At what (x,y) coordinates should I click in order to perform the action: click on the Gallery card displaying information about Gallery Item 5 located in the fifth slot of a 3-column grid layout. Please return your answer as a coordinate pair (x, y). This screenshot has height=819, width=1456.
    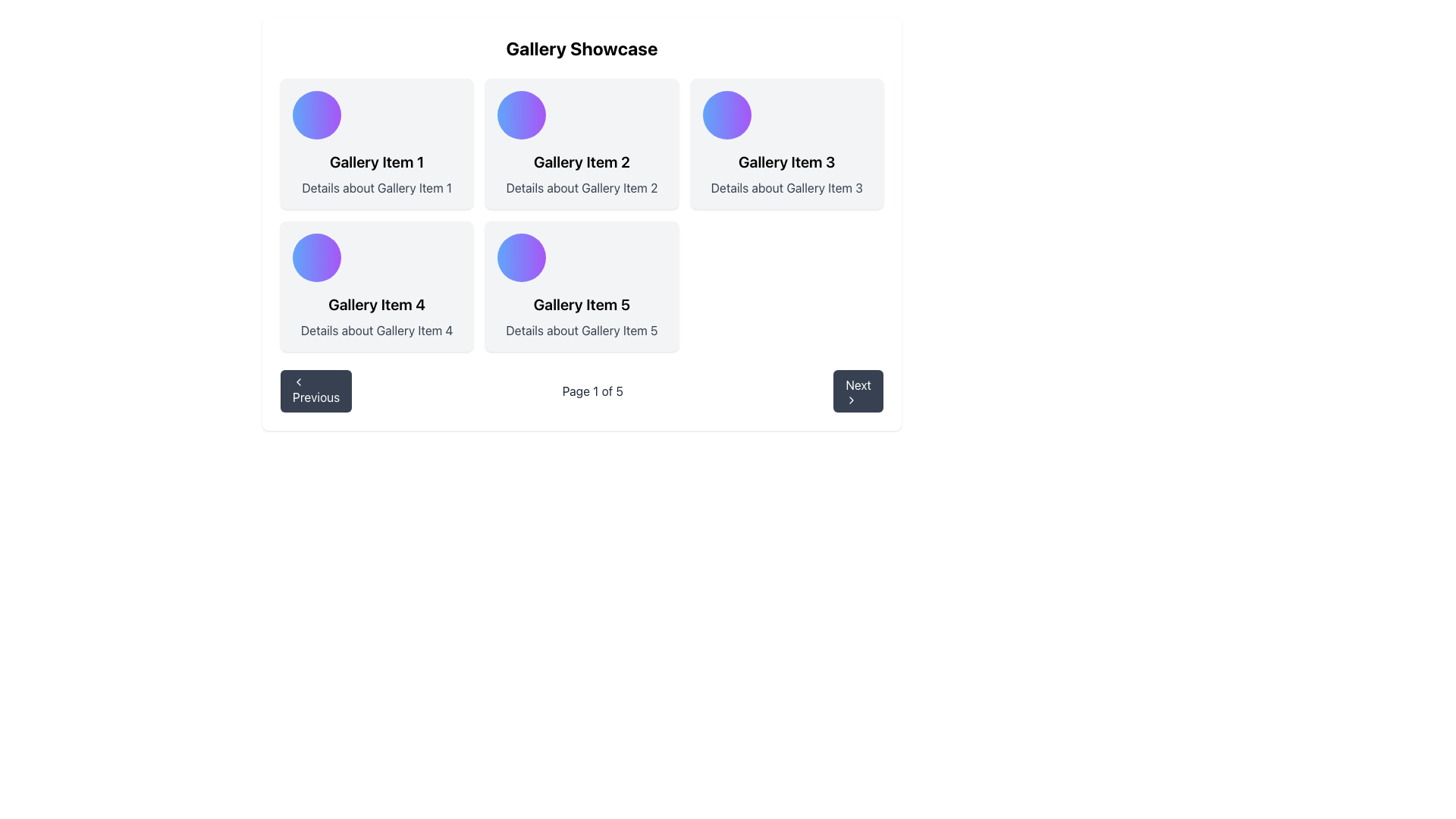
    Looking at the image, I should click on (581, 287).